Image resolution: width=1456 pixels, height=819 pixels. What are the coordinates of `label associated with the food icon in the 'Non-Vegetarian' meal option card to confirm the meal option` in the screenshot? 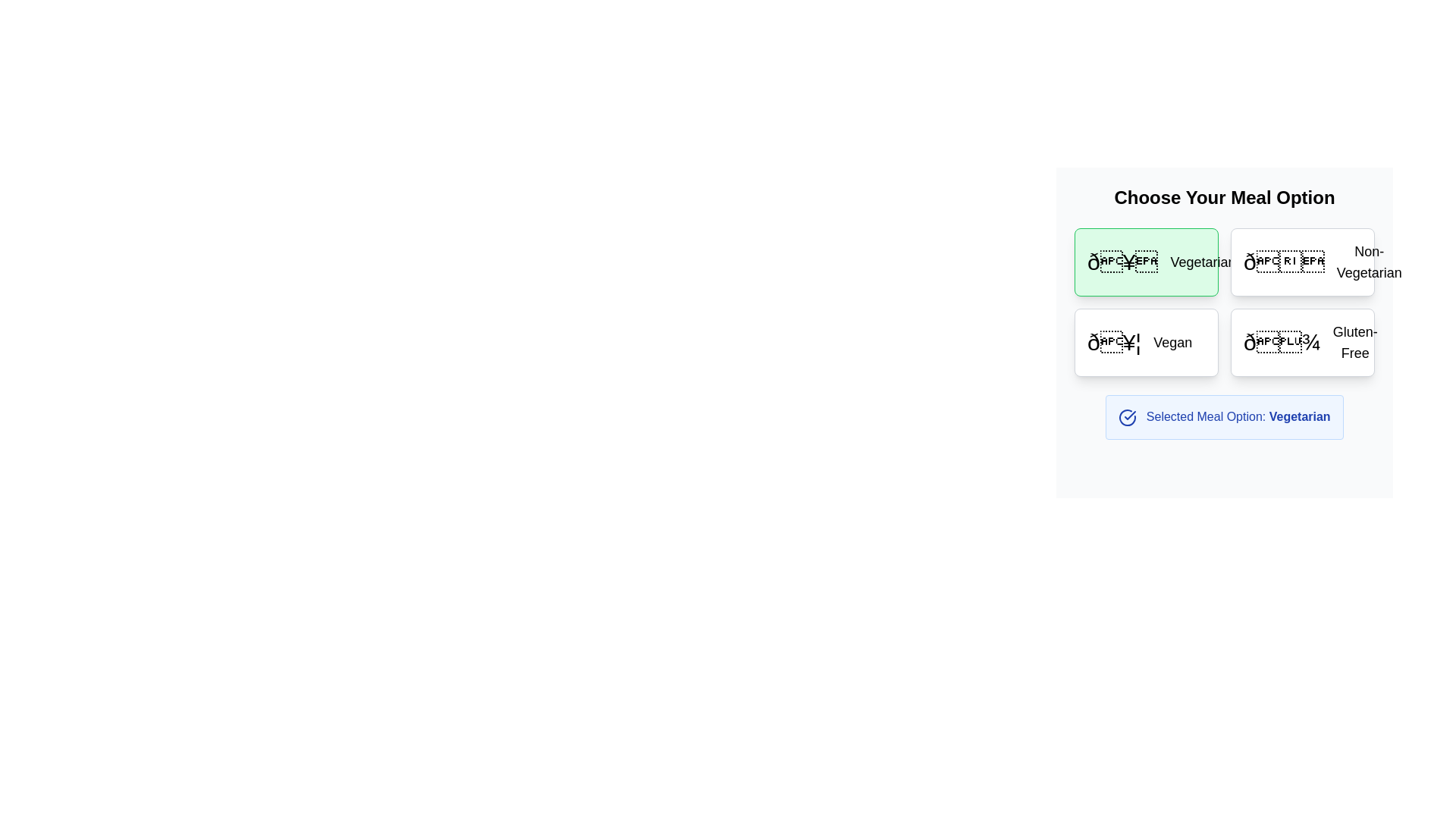 It's located at (1283, 262).